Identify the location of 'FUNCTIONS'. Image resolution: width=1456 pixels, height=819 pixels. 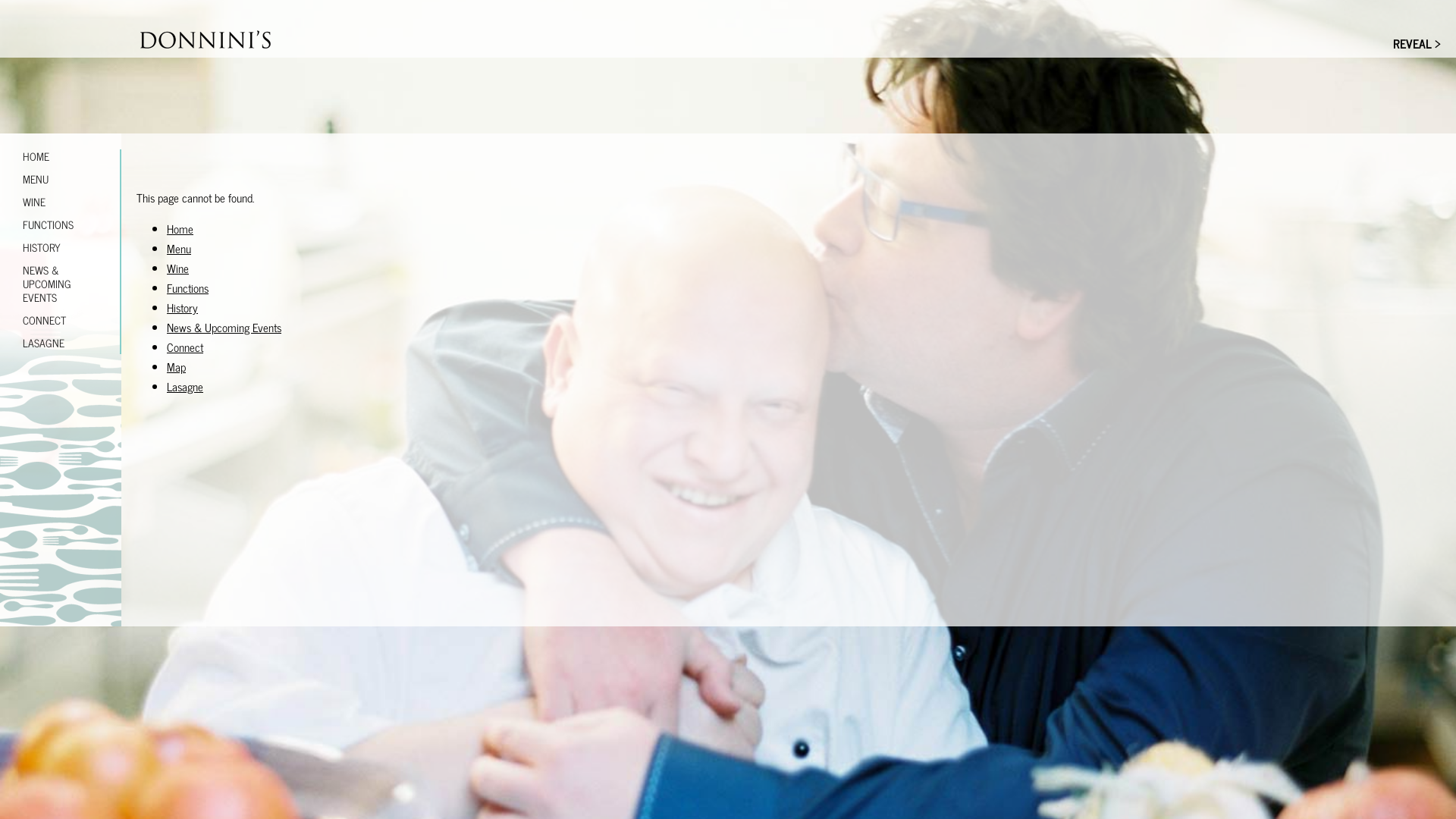
(61, 224).